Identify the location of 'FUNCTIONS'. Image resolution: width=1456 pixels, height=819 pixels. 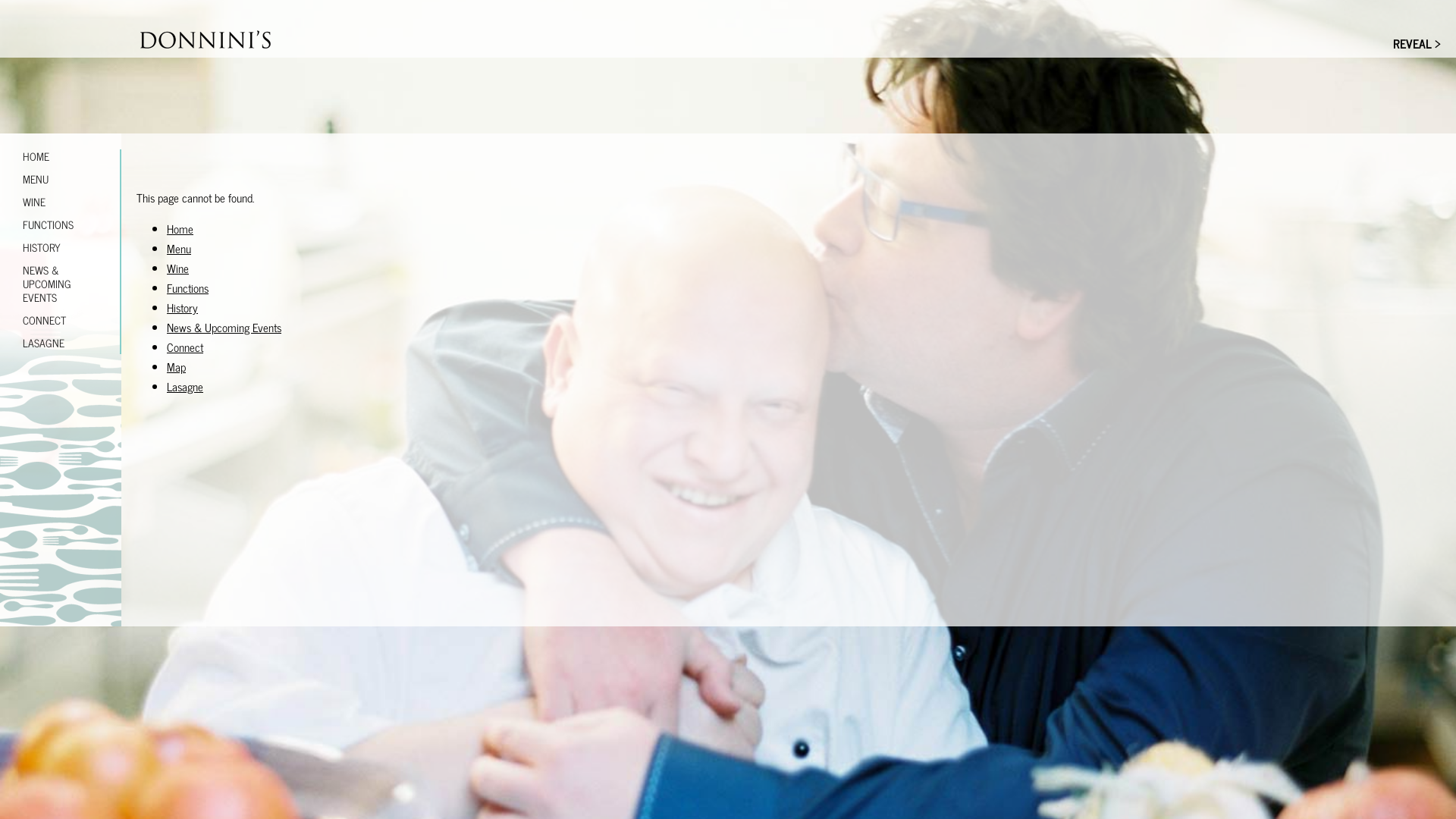
(61, 224).